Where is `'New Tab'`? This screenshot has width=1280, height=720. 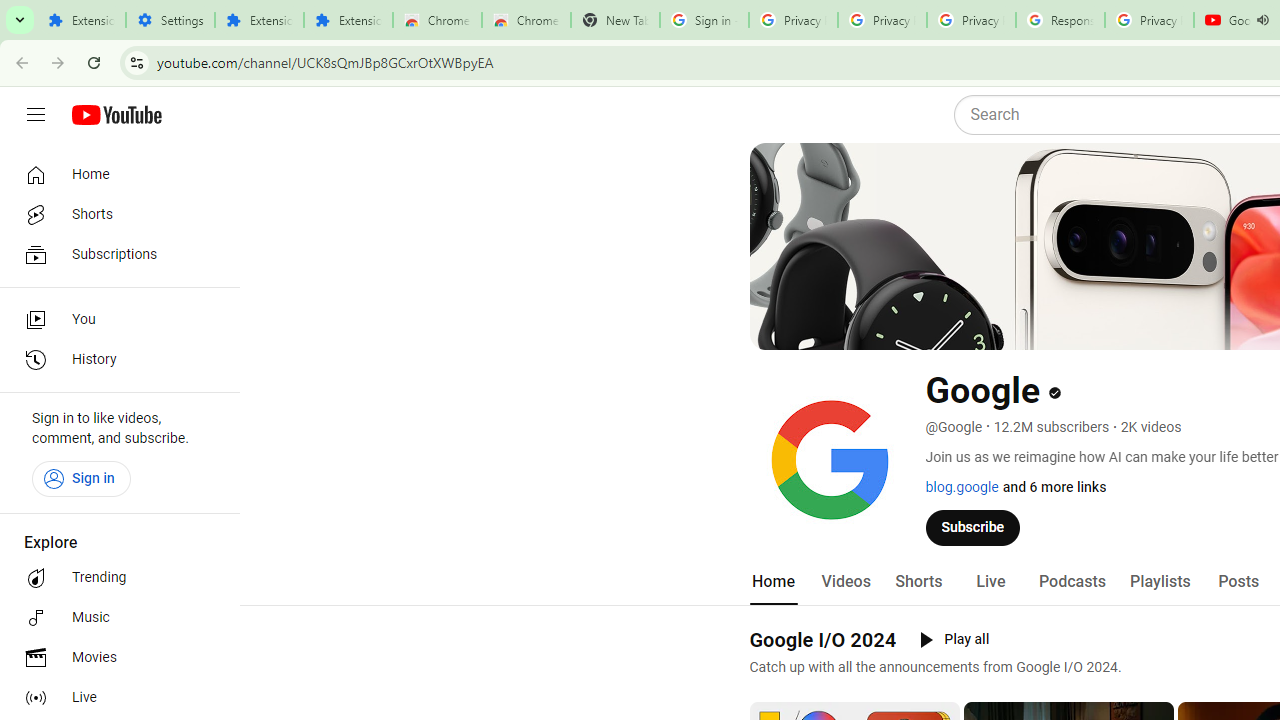 'New Tab' is located at coordinates (614, 20).